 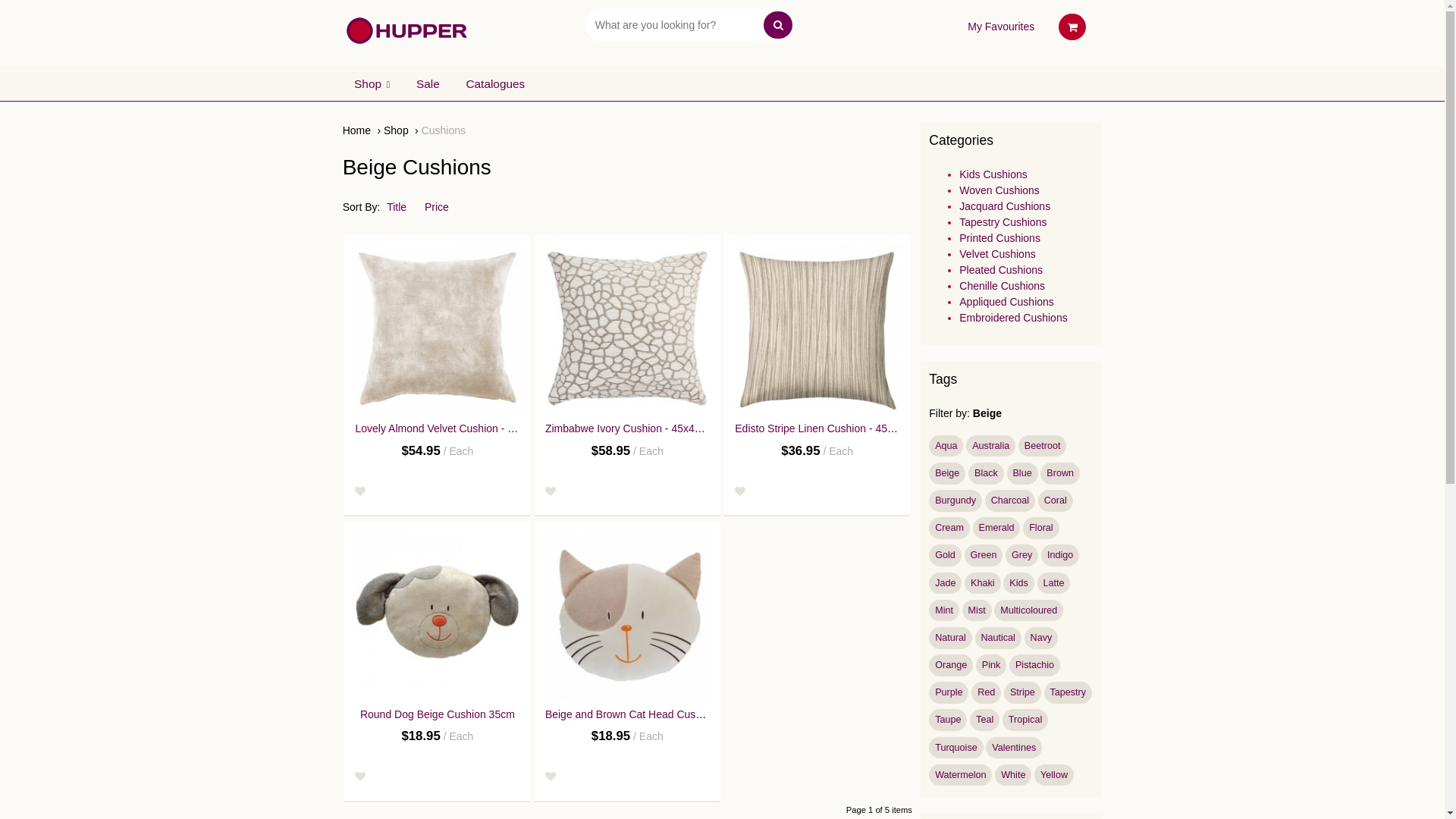 What do you see at coordinates (964, 555) in the screenshot?
I see `'Green'` at bounding box center [964, 555].